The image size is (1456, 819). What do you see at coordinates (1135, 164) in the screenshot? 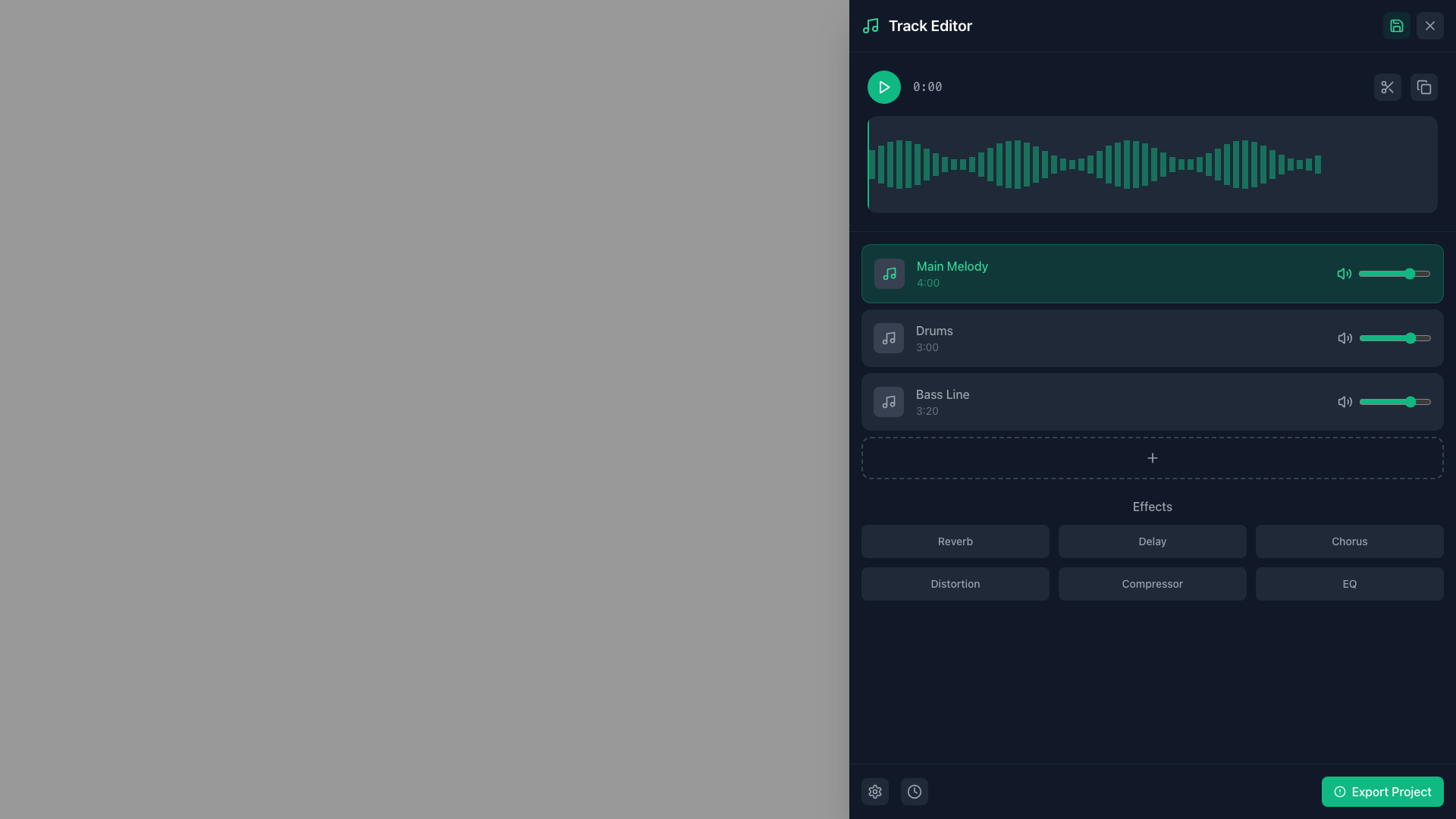
I see `the 30th vertical bar in the bar chart, which is styled with a greenish semi-transparent color and positioned on the right-hand side of the waveform display` at bounding box center [1135, 164].